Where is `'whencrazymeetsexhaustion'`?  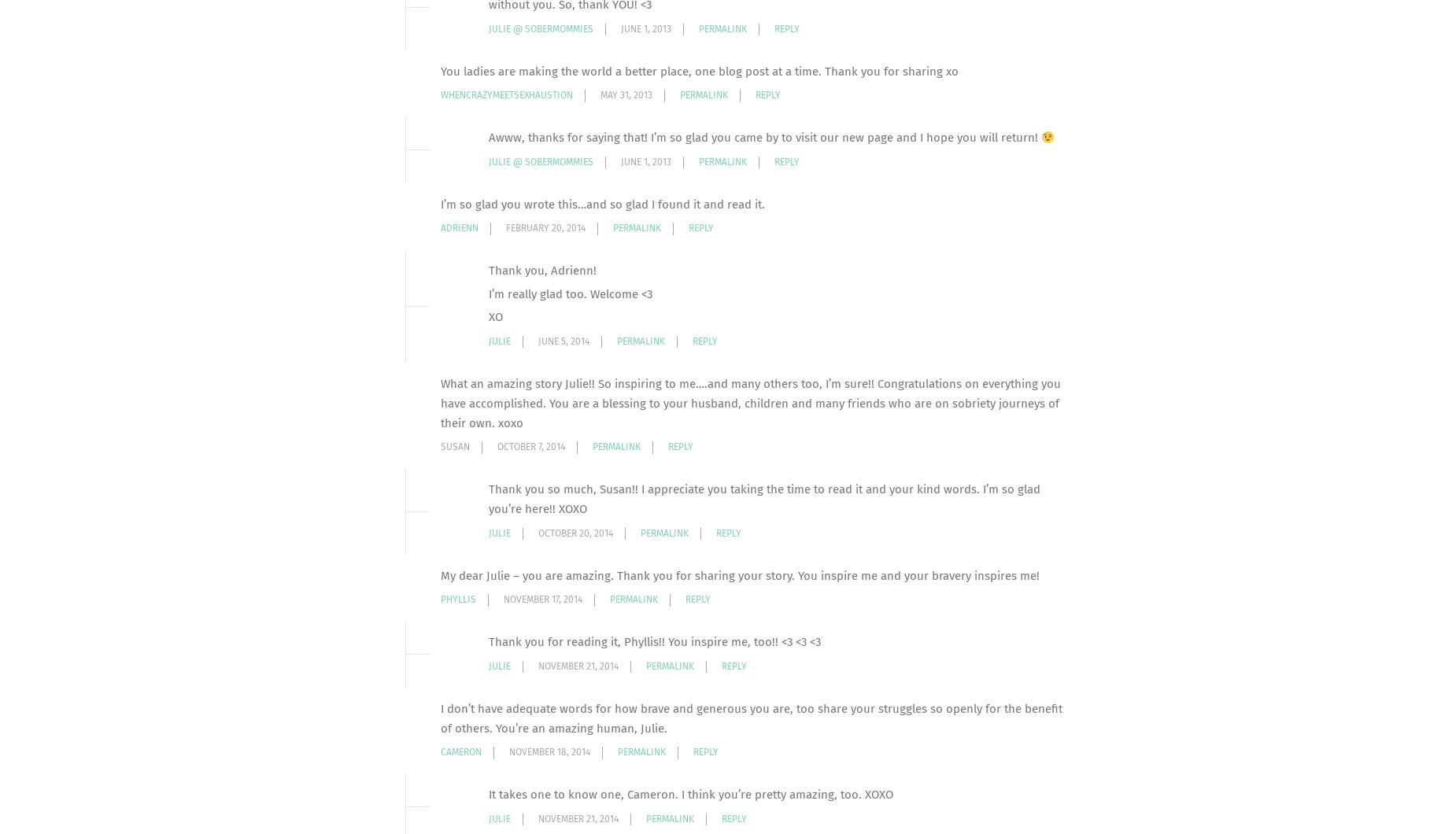 'whencrazymeetsexhaustion' is located at coordinates (506, 95).